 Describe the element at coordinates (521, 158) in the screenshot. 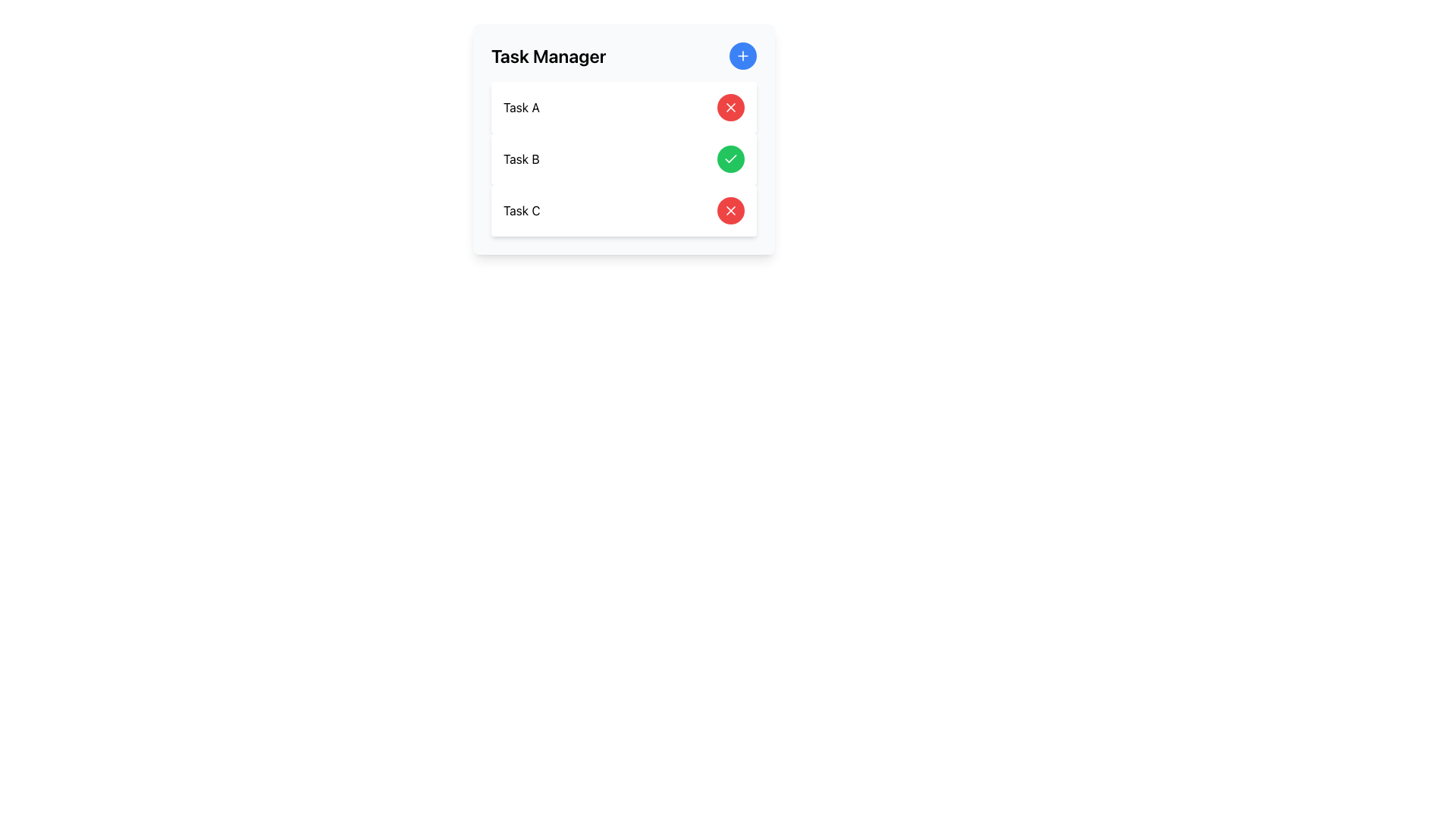

I see `static text label displaying 'Task B', which is a black text label located in the second row of the task list interface` at that location.